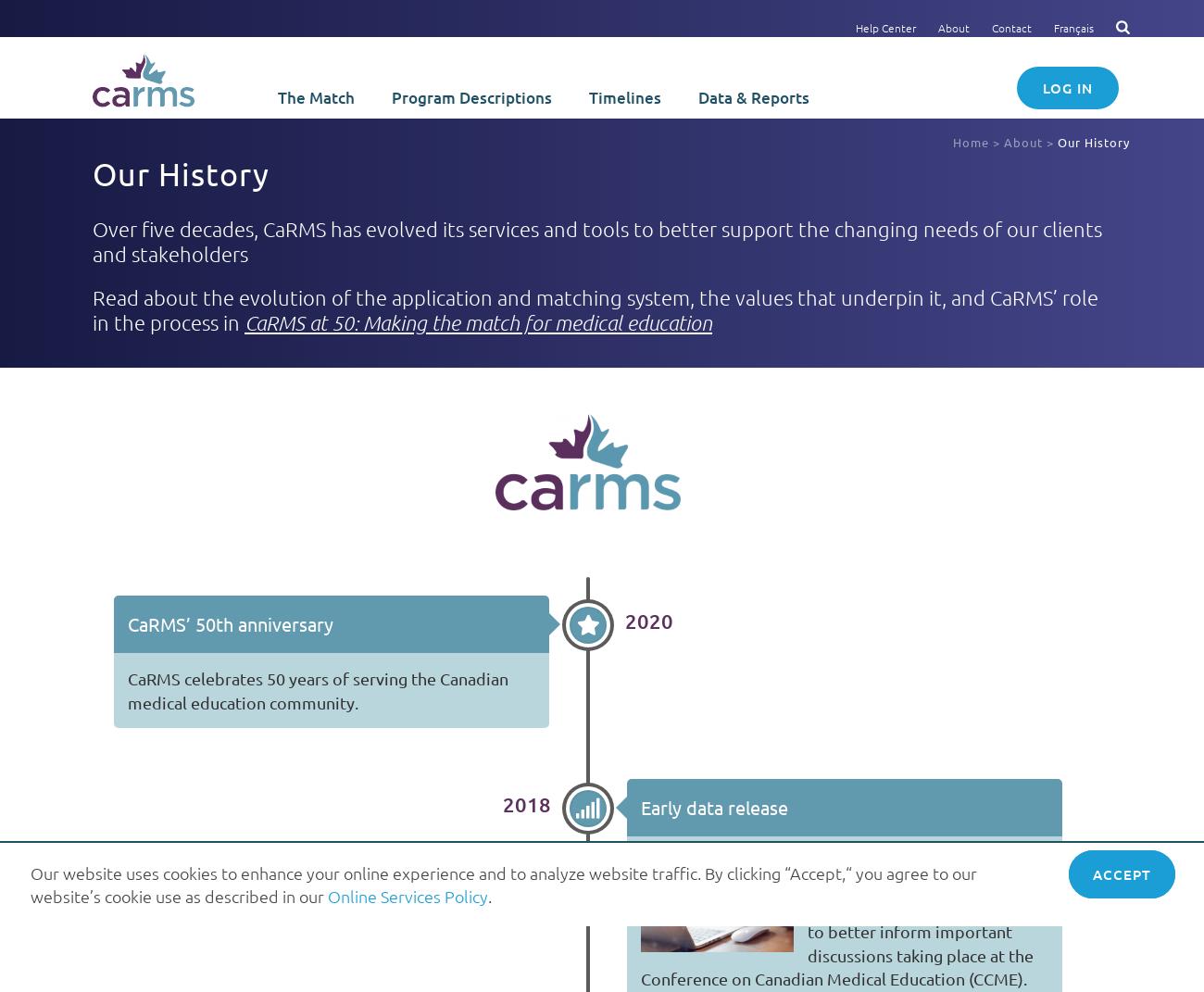 The height and width of the screenshot is (992, 1204). What do you see at coordinates (885, 26) in the screenshot?
I see `'Help Center'` at bounding box center [885, 26].